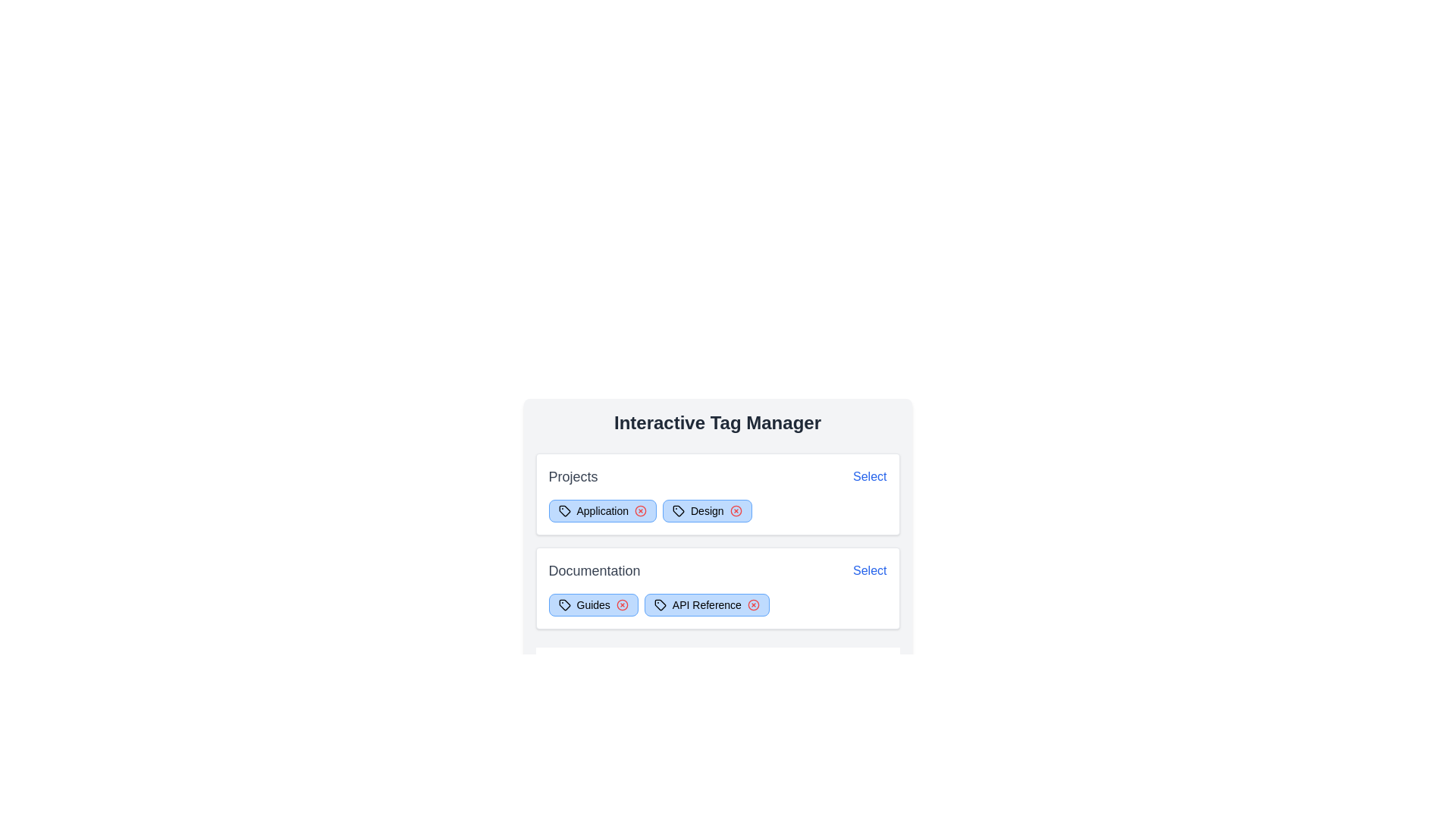 Image resolution: width=1456 pixels, height=819 pixels. Describe the element at coordinates (640, 511) in the screenshot. I see `the circular icon with an outlined circle and 'x' shape, which is located at the end of the 'Application' tag in the 'Projects' section` at that location.